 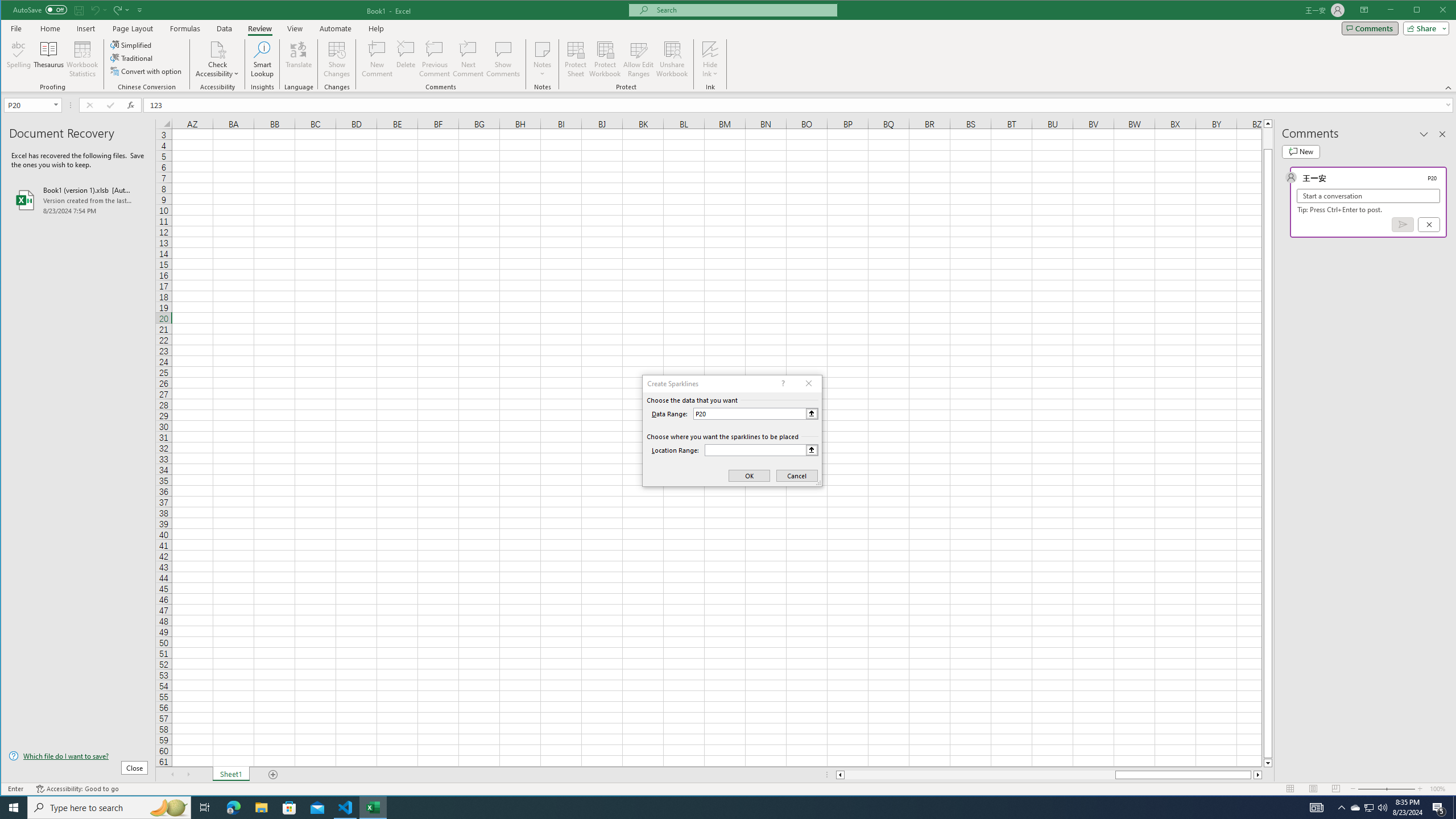 What do you see at coordinates (605, 59) in the screenshot?
I see `'Protect Workbook...'` at bounding box center [605, 59].